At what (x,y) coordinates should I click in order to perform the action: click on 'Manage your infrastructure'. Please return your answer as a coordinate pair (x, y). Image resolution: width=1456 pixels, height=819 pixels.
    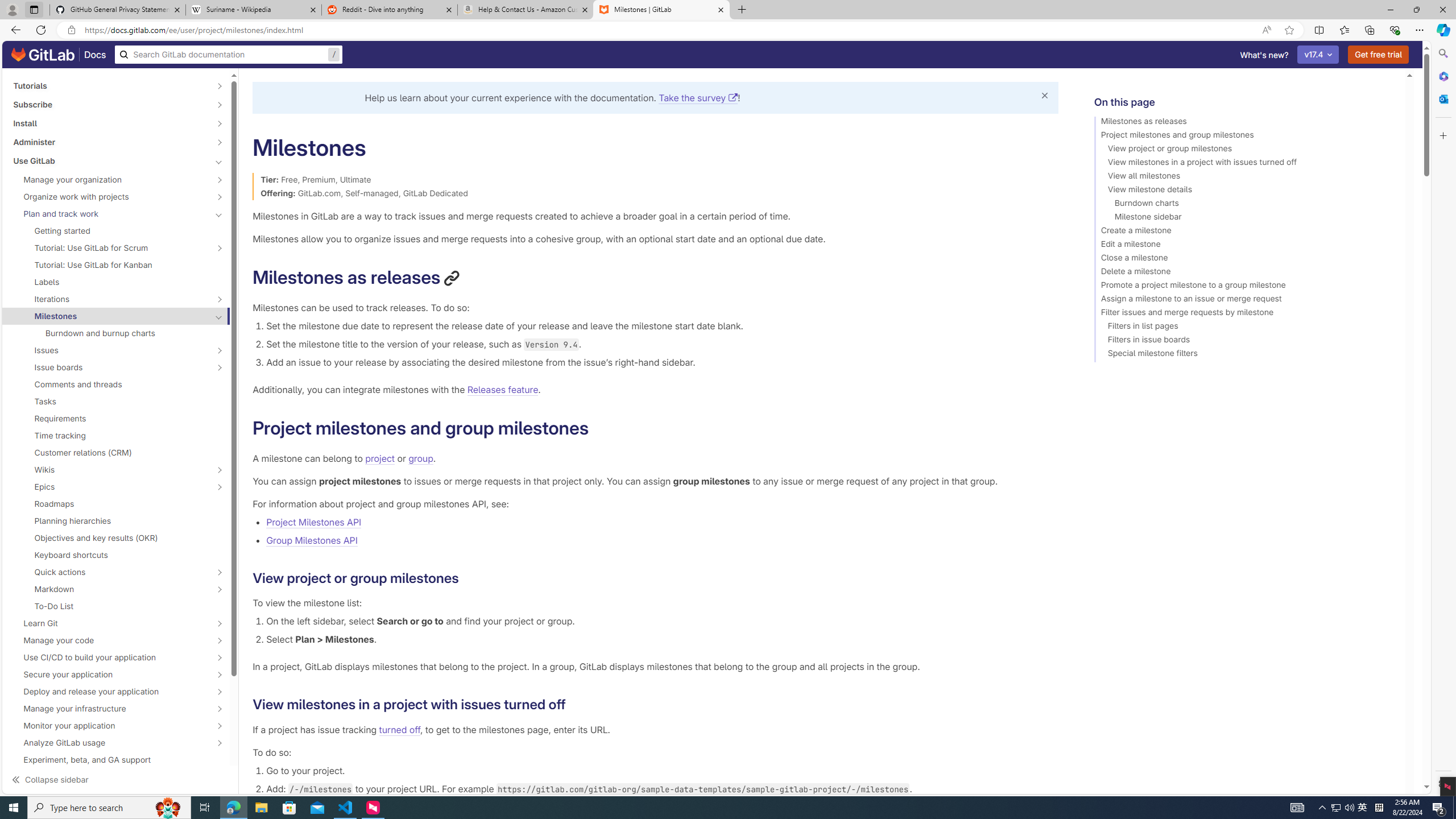
    Looking at the image, I should click on (109, 708).